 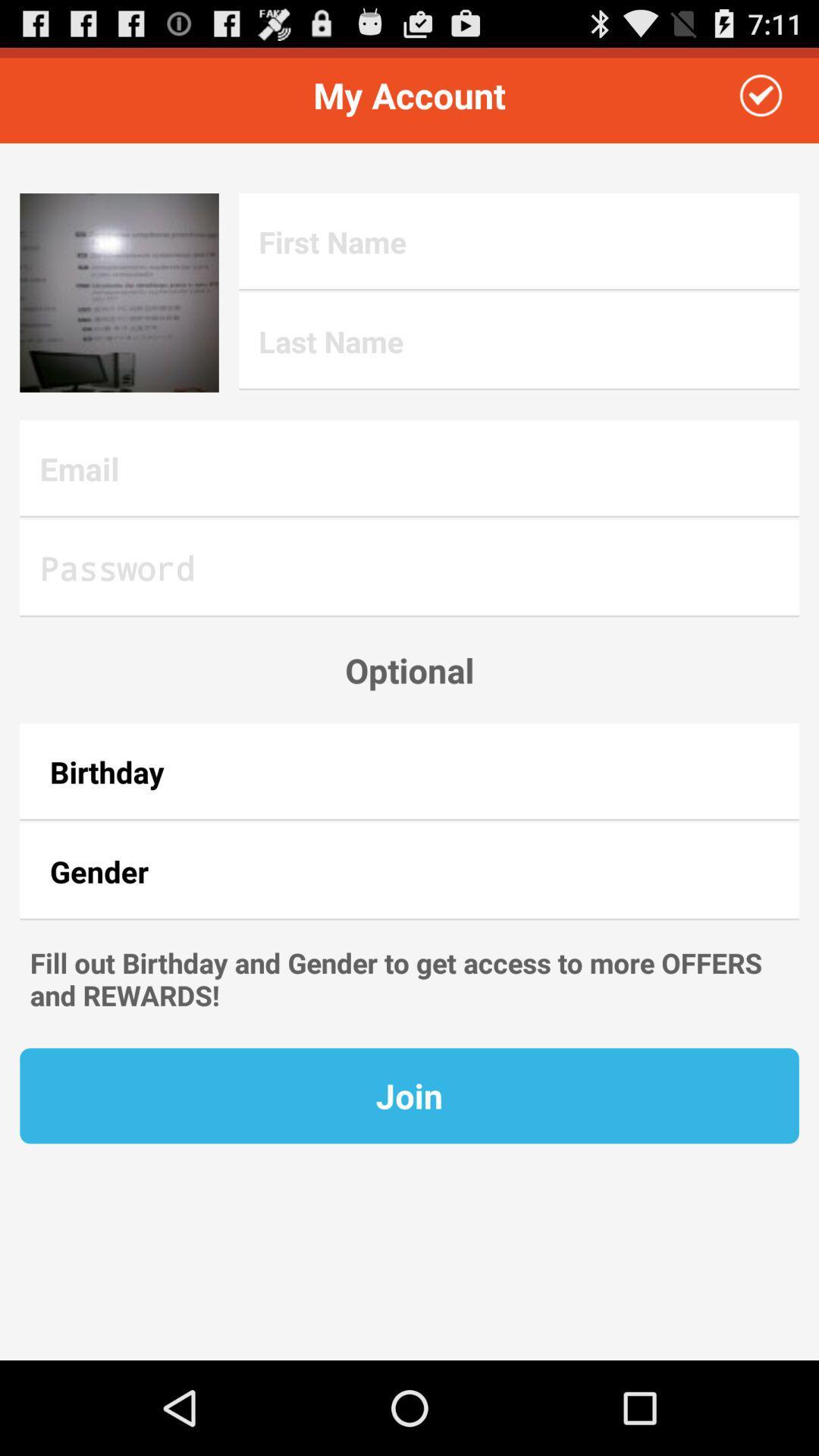 What do you see at coordinates (409, 1096) in the screenshot?
I see `the join` at bounding box center [409, 1096].